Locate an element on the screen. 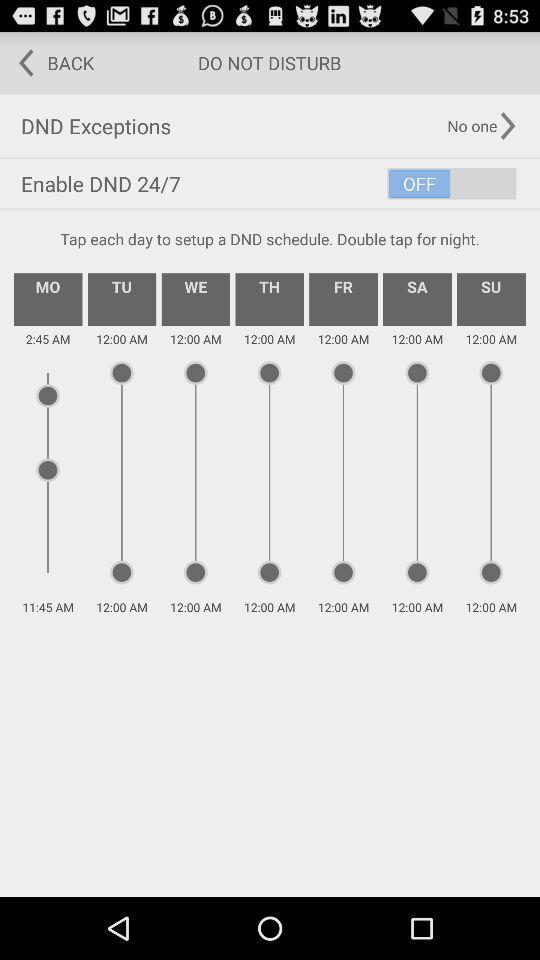 The height and width of the screenshot is (960, 540). we icon is located at coordinates (195, 298).